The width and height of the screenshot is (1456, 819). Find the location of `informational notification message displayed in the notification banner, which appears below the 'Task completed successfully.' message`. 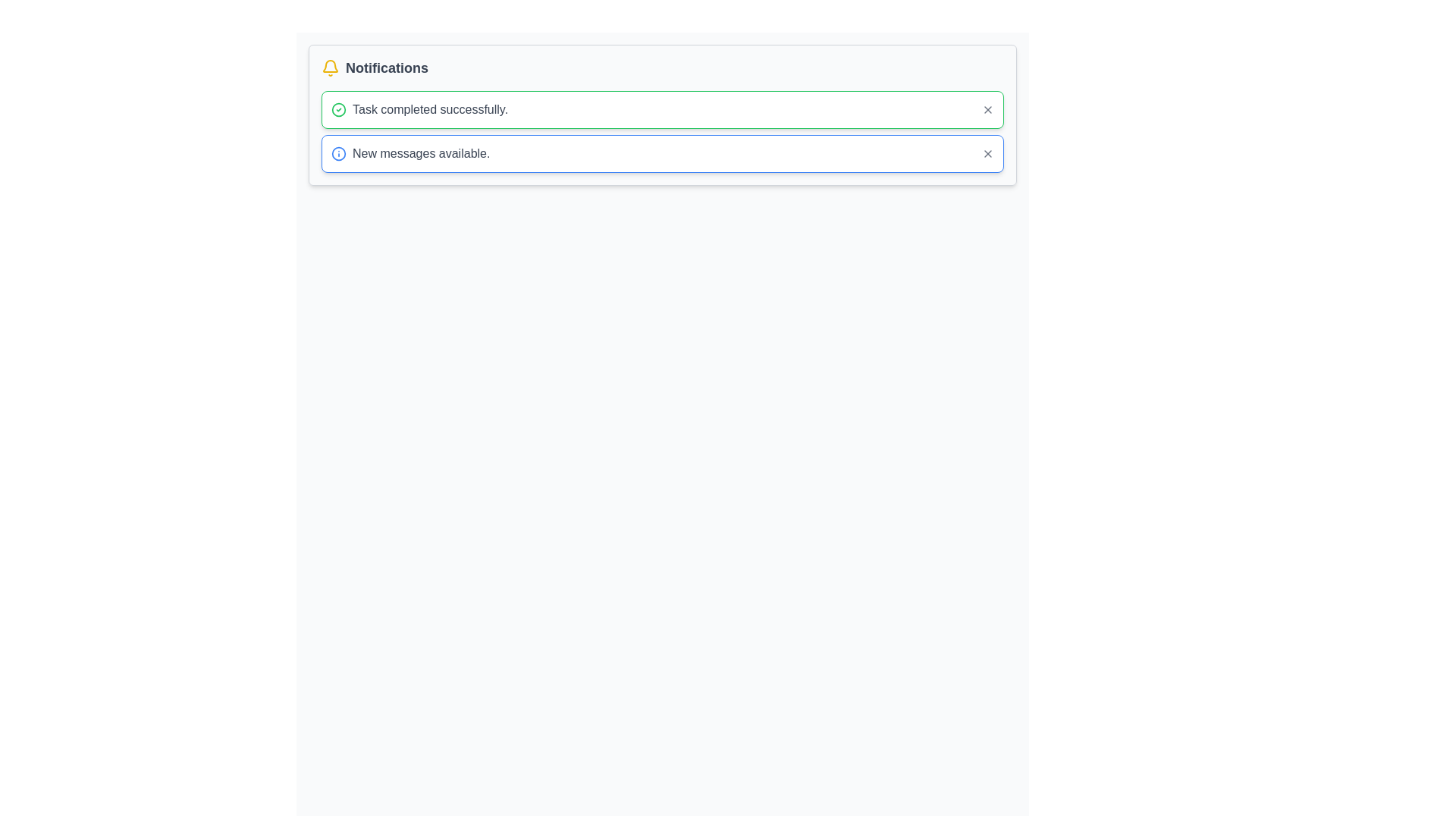

informational notification message displayed in the notification banner, which appears below the 'Task completed successfully.' message is located at coordinates (662, 154).